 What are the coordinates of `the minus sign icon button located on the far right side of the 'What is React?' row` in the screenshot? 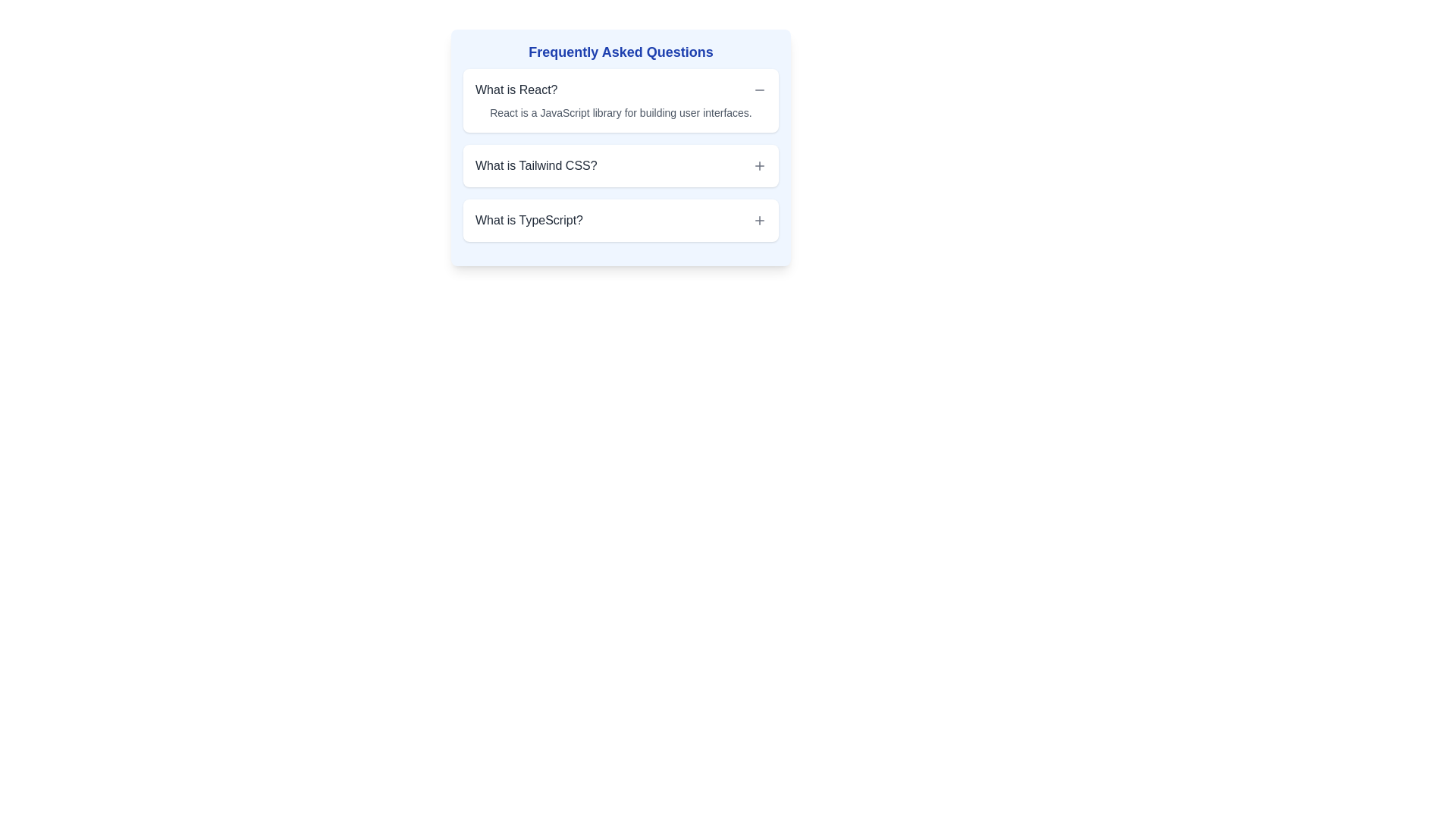 It's located at (760, 90).